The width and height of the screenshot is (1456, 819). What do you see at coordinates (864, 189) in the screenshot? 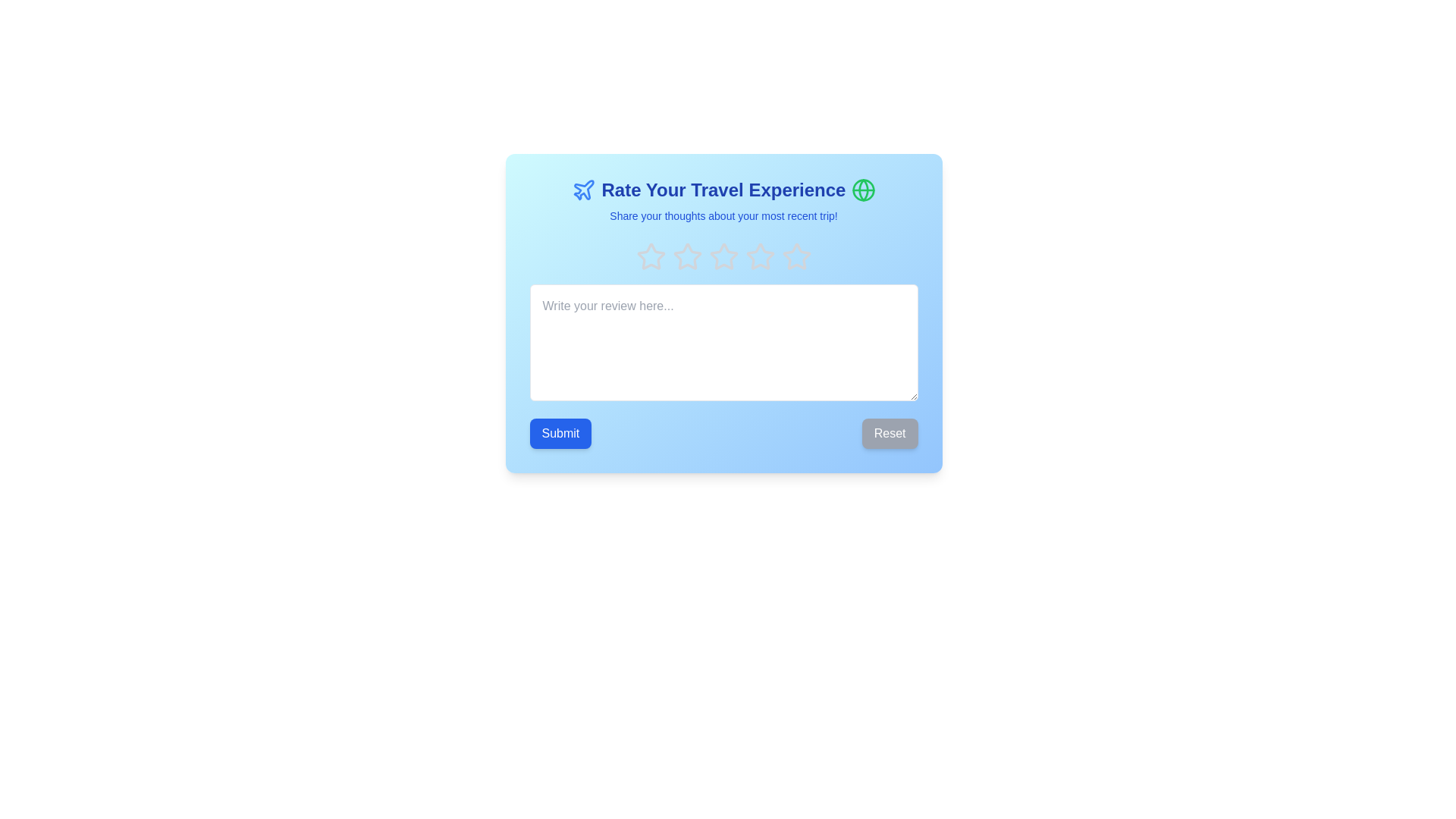
I see `the green circular globe-shaped icon located at the top-right of the 'Rate Your Travel Experience' section` at bounding box center [864, 189].